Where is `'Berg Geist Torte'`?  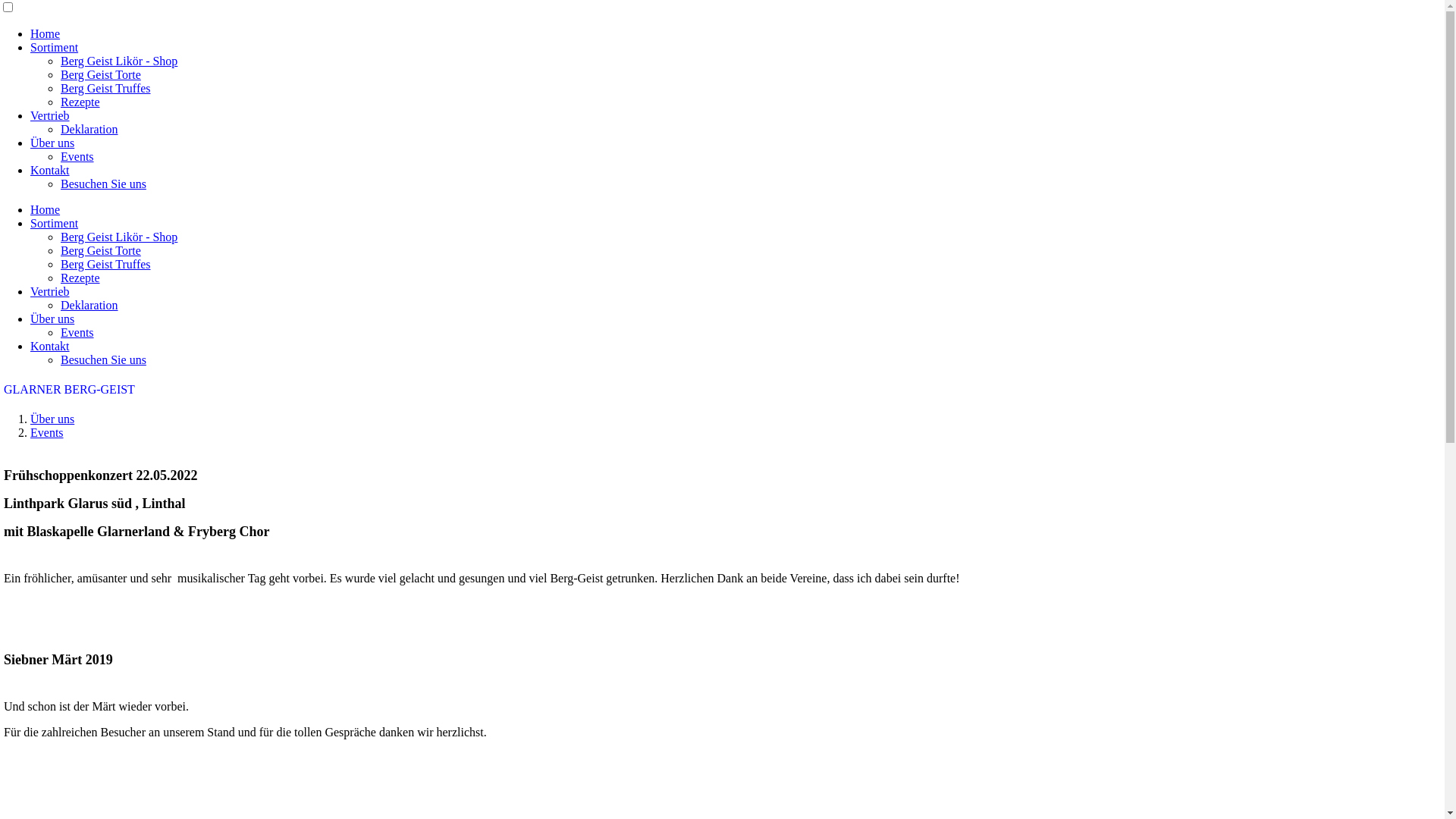 'Berg Geist Torte' is located at coordinates (100, 74).